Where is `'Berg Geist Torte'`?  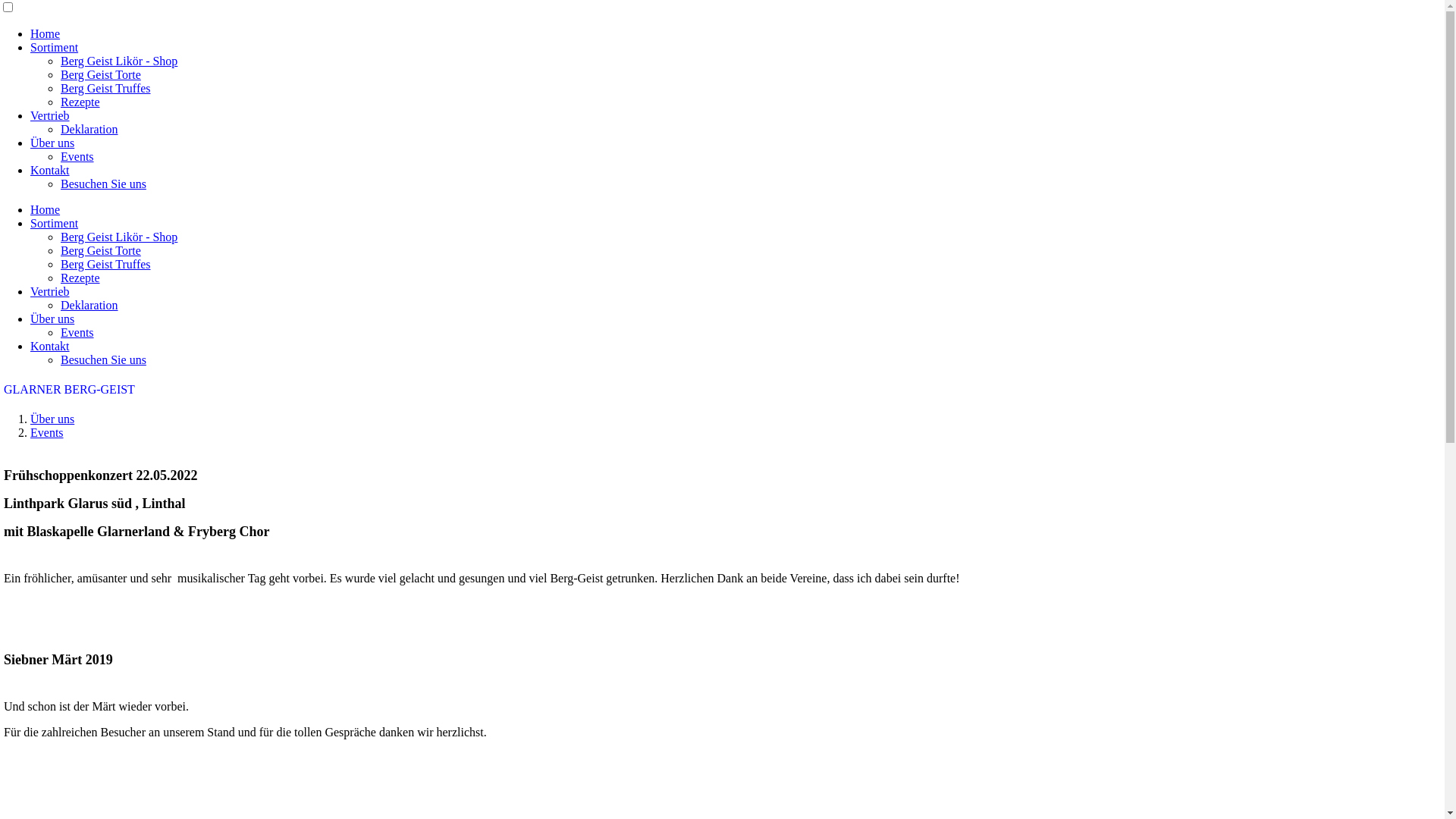 'Berg Geist Torte' is located at coordinates (100, 74).